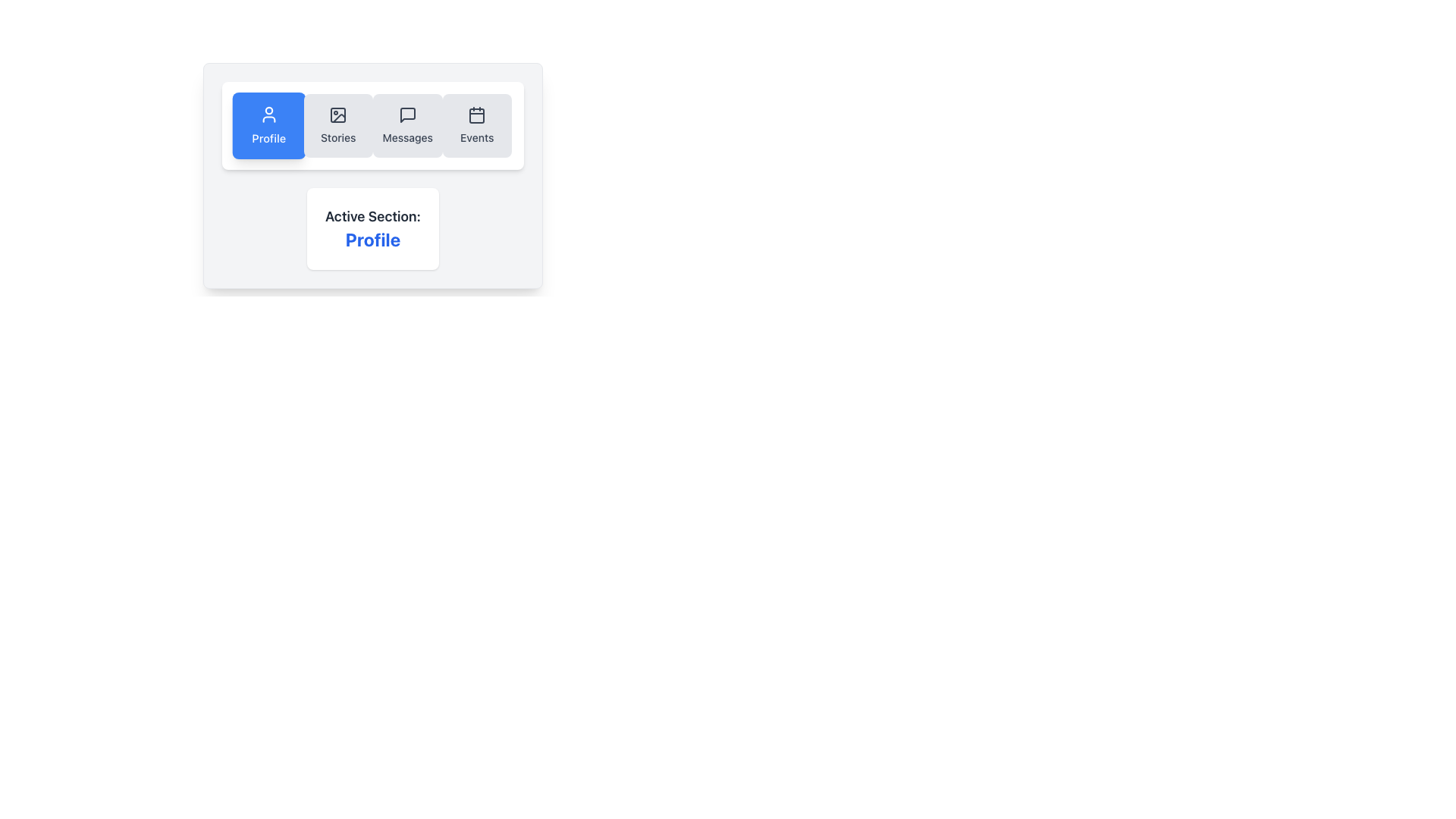  I want to click on the 'Messages' button icon in the navigation bar, which is the third icon from the left, so click(407, 114).